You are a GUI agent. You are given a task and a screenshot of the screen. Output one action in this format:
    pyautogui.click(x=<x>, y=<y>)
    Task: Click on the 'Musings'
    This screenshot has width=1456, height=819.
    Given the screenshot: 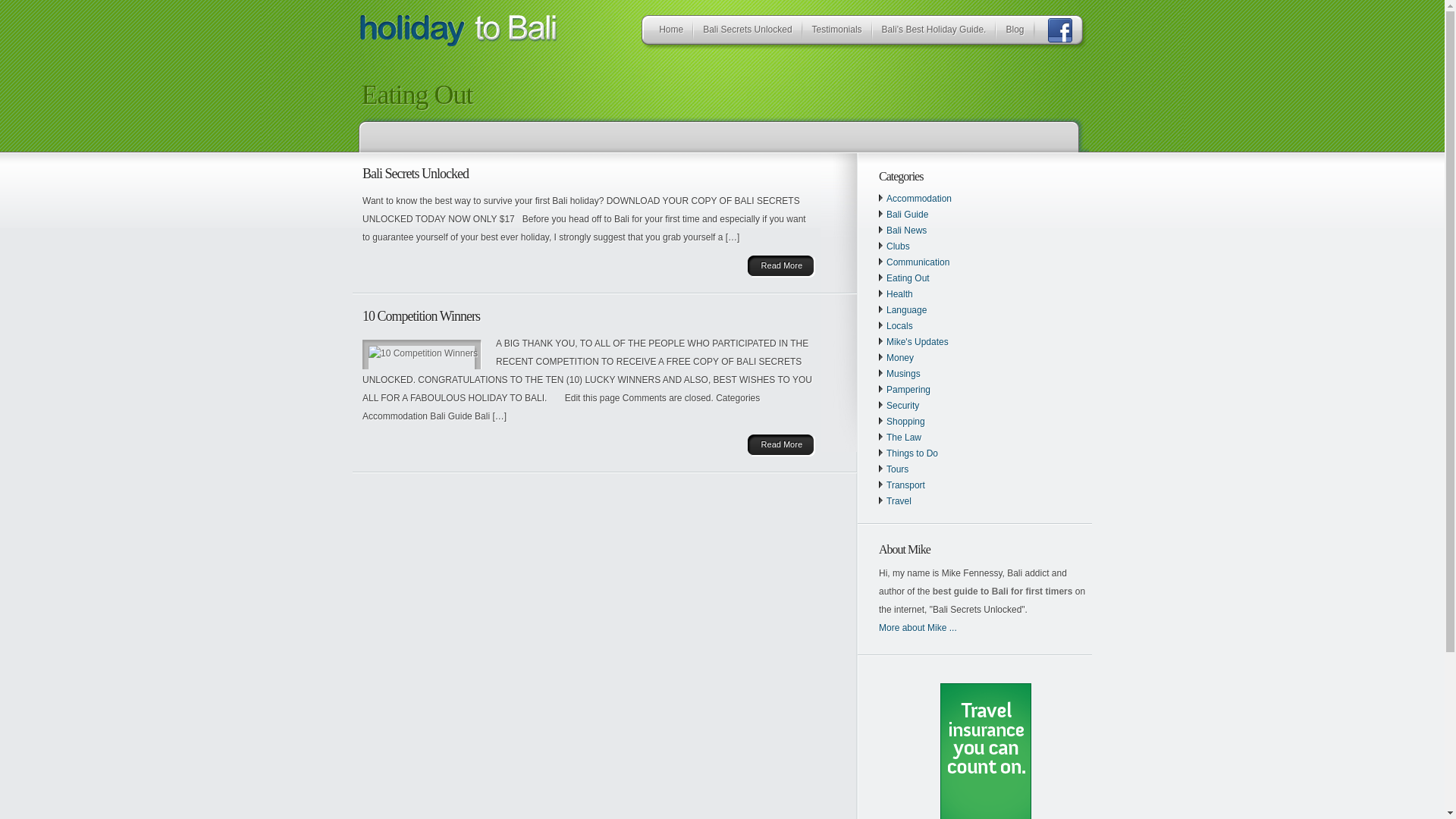 What is the action you would take?
    pyautogui.click(x=903, y=374)
    